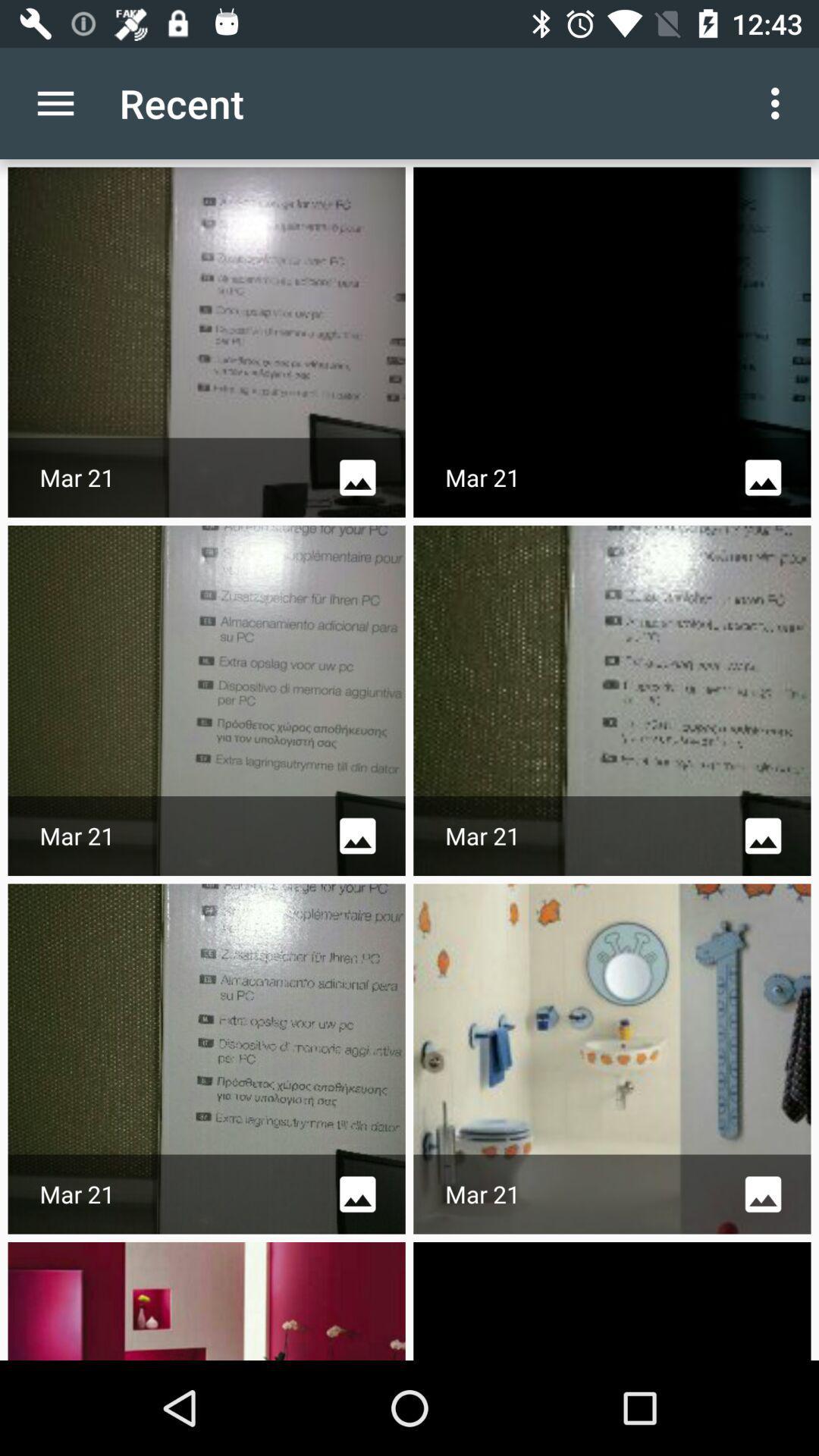 Image resolution: width=819 pixels, height=1456 pixels. I want to click on item next to recent item, so click(779, 102).